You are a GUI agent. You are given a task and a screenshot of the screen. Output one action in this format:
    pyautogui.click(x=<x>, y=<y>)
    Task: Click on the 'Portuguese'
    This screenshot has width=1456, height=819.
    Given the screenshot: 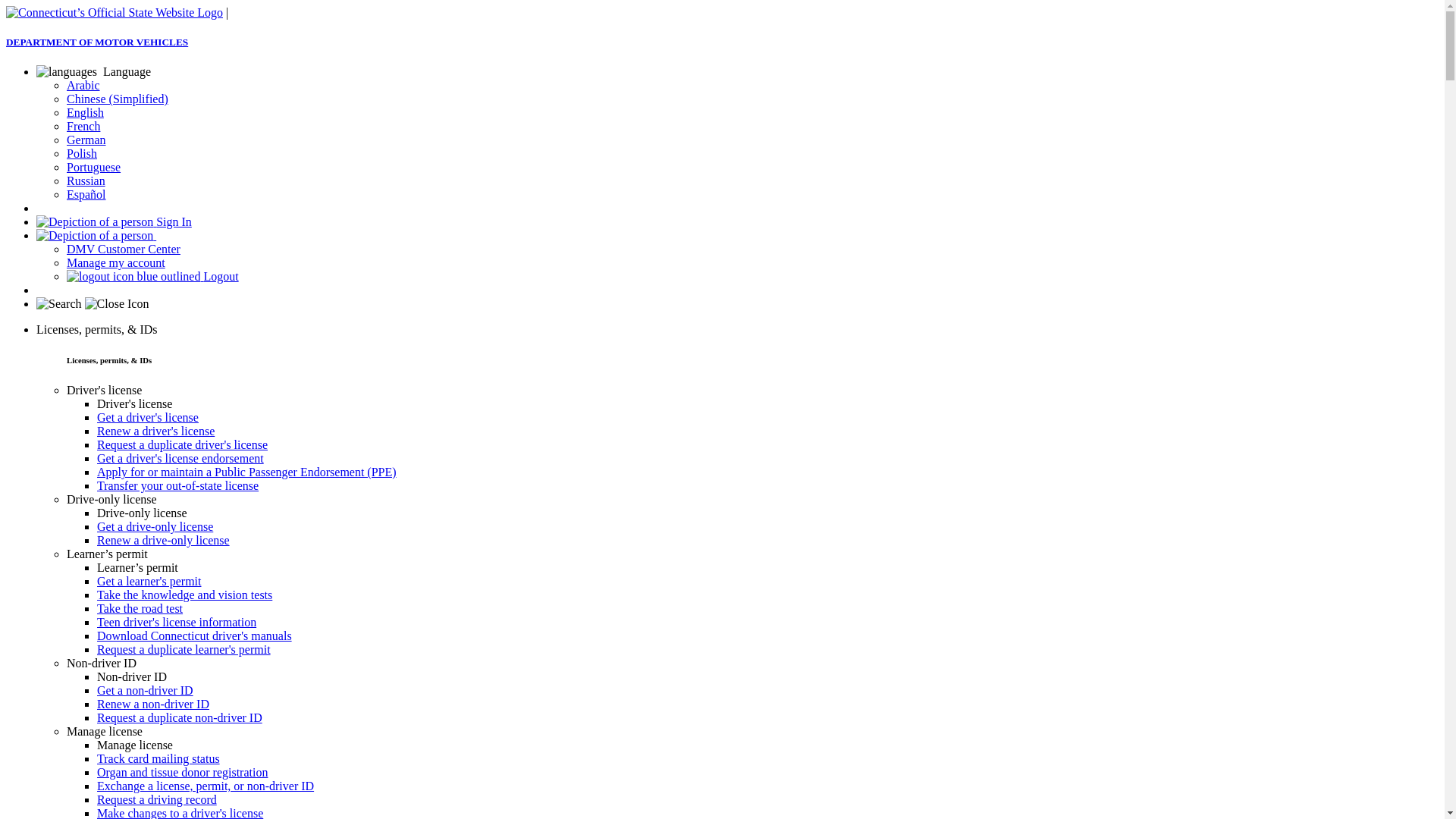 What is the action you would take?
    pyautogui.click(x=93, y=167)
    